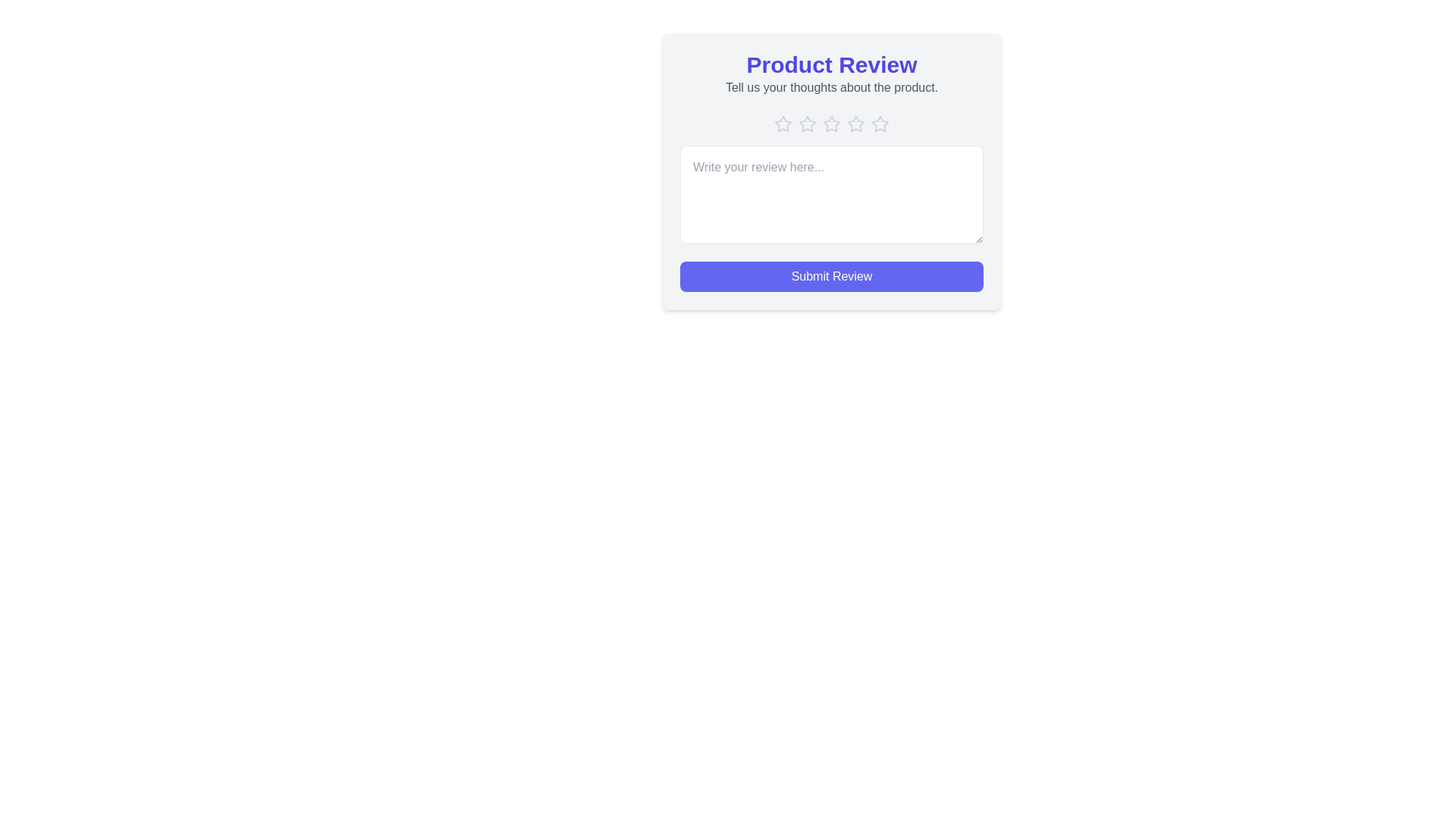 This screenshot has height=819, width=1456. Describe the element at coordinates (807, 124) in the screenshot. I see `the third star icon in the five-star rating component` at that location.